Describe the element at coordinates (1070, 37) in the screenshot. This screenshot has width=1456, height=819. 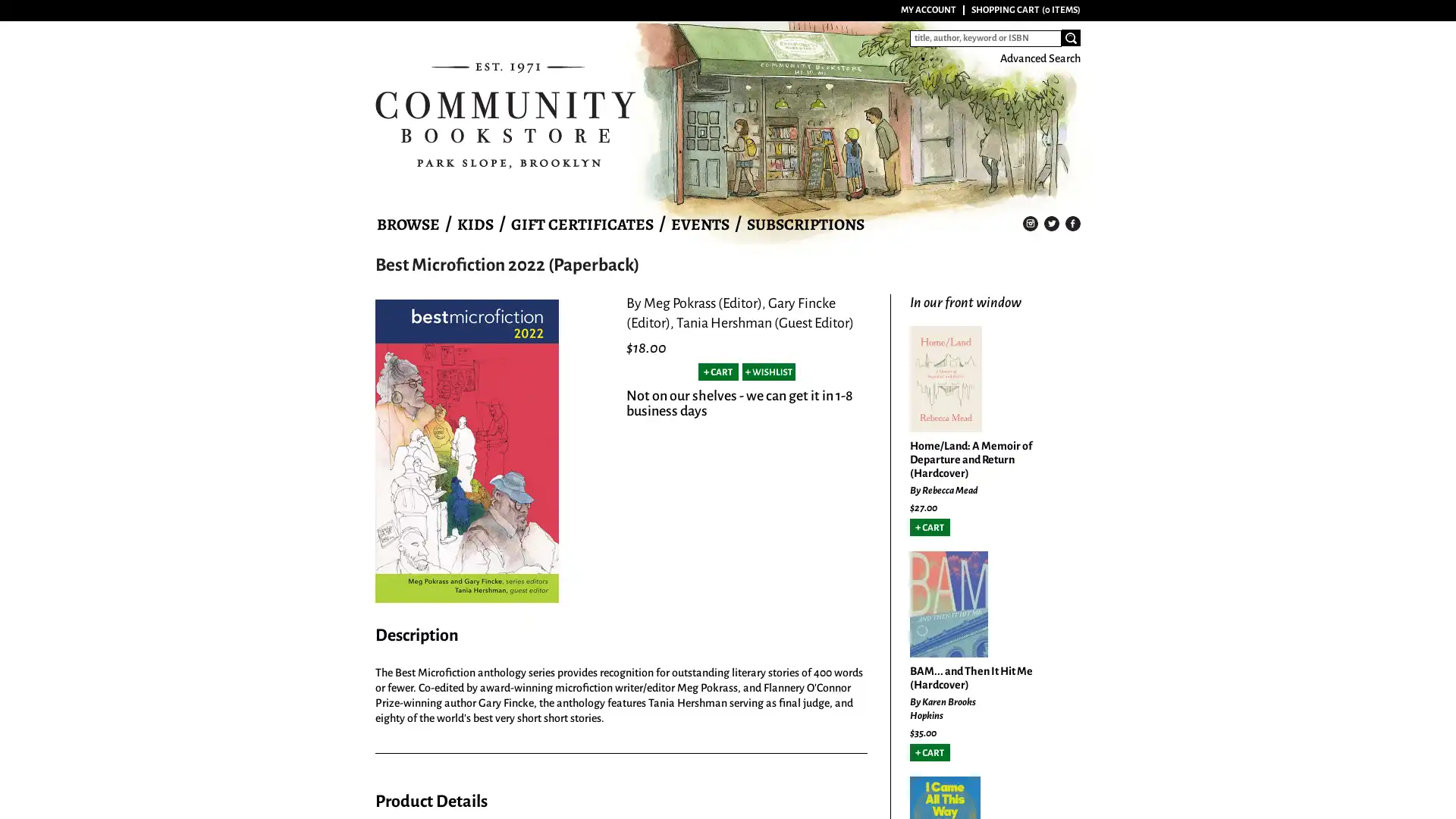
I see `Search` at that location.